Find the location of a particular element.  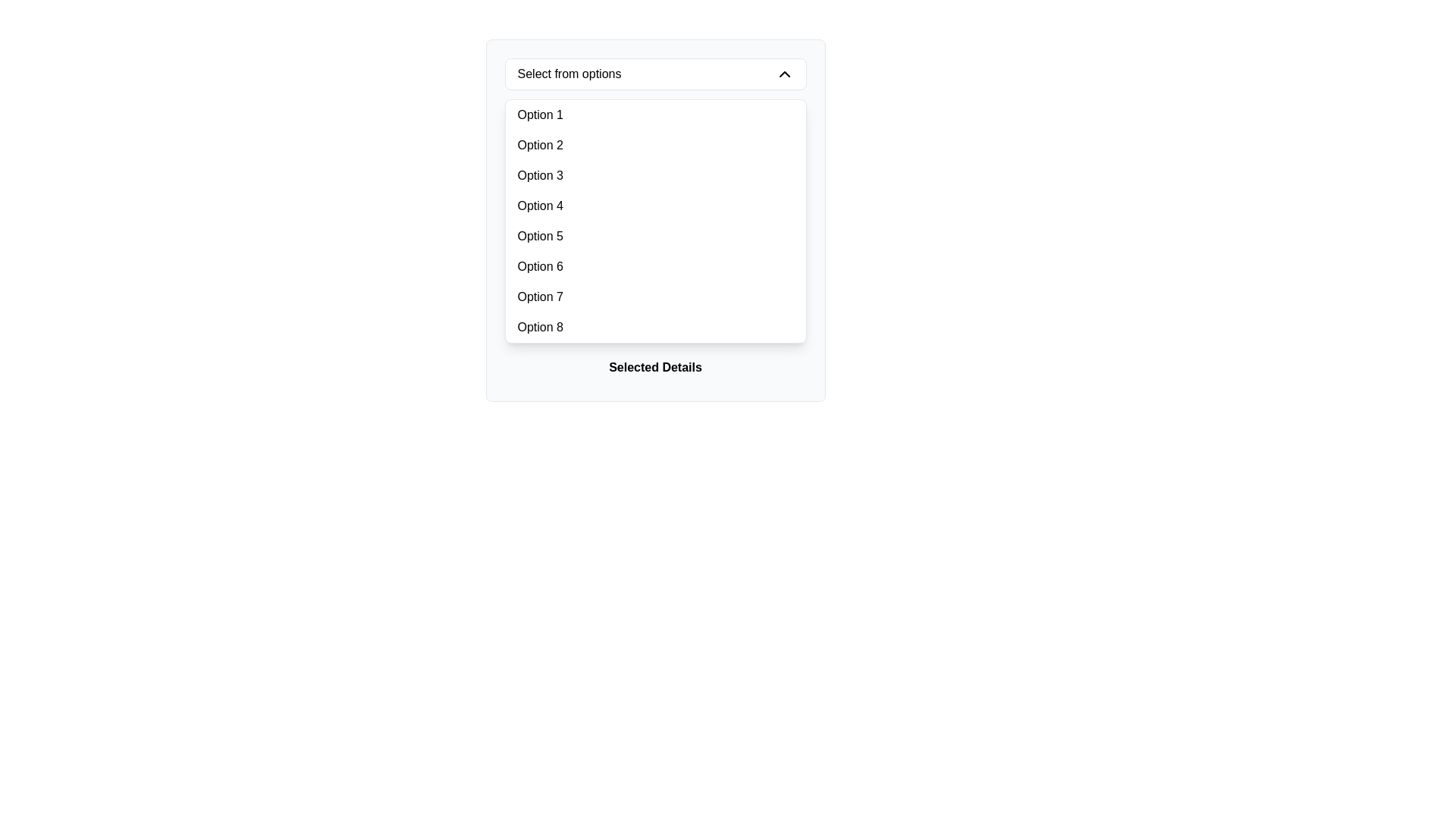

the text 'Option 6' in the dropdown menu is located at coordinates (540, 265).